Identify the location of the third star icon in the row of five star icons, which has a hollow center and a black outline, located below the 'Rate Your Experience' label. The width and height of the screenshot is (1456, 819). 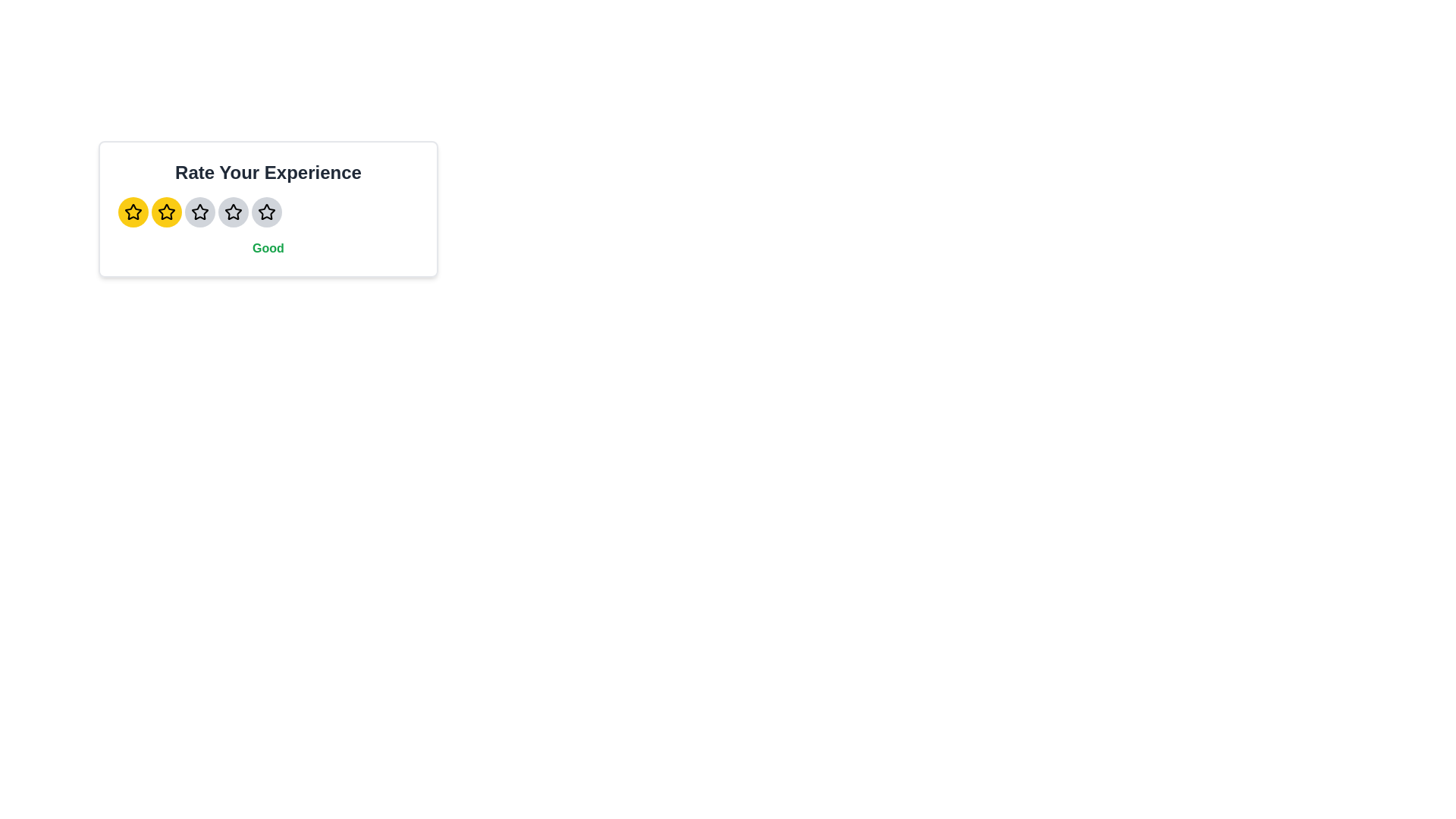
(232, 212).